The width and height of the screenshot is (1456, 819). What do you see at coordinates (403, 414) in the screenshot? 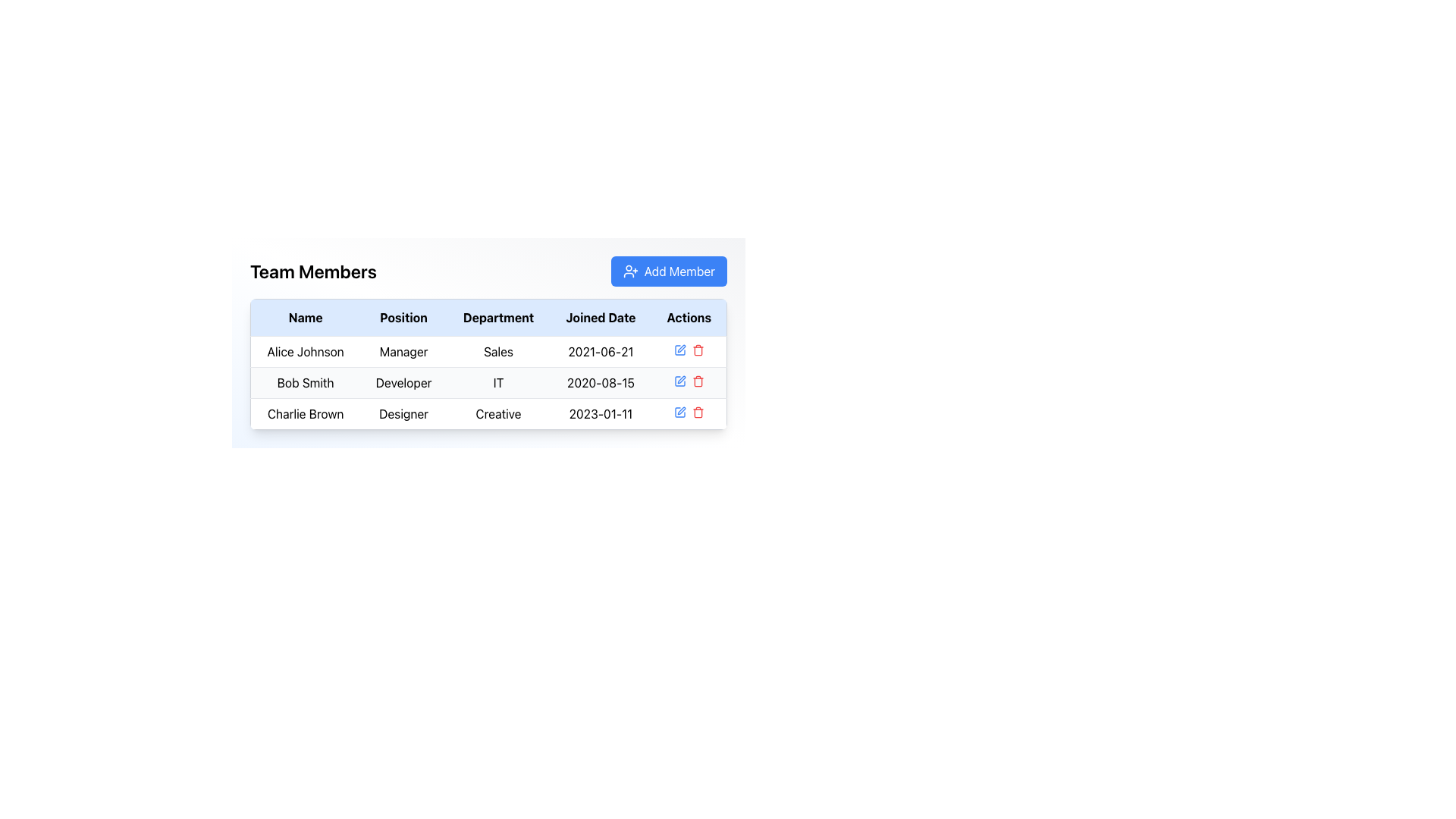
I see `the Text Label indicating the job position of 'Charlie Brown', located in the cell under the 'Position' column` at bounding box center [403, 414].